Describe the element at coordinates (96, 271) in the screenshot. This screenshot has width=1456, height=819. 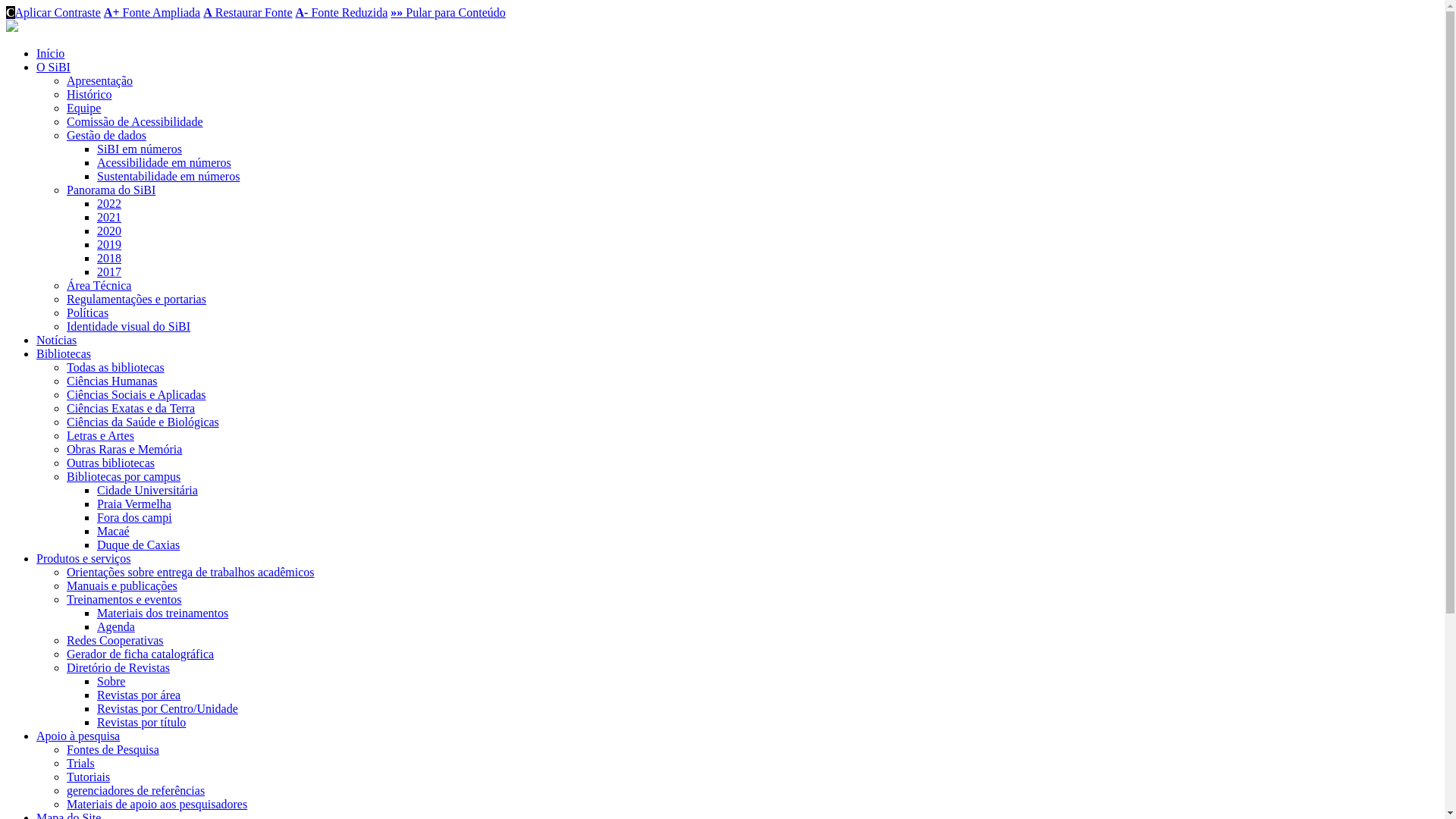
I see `'2017'` at that location.